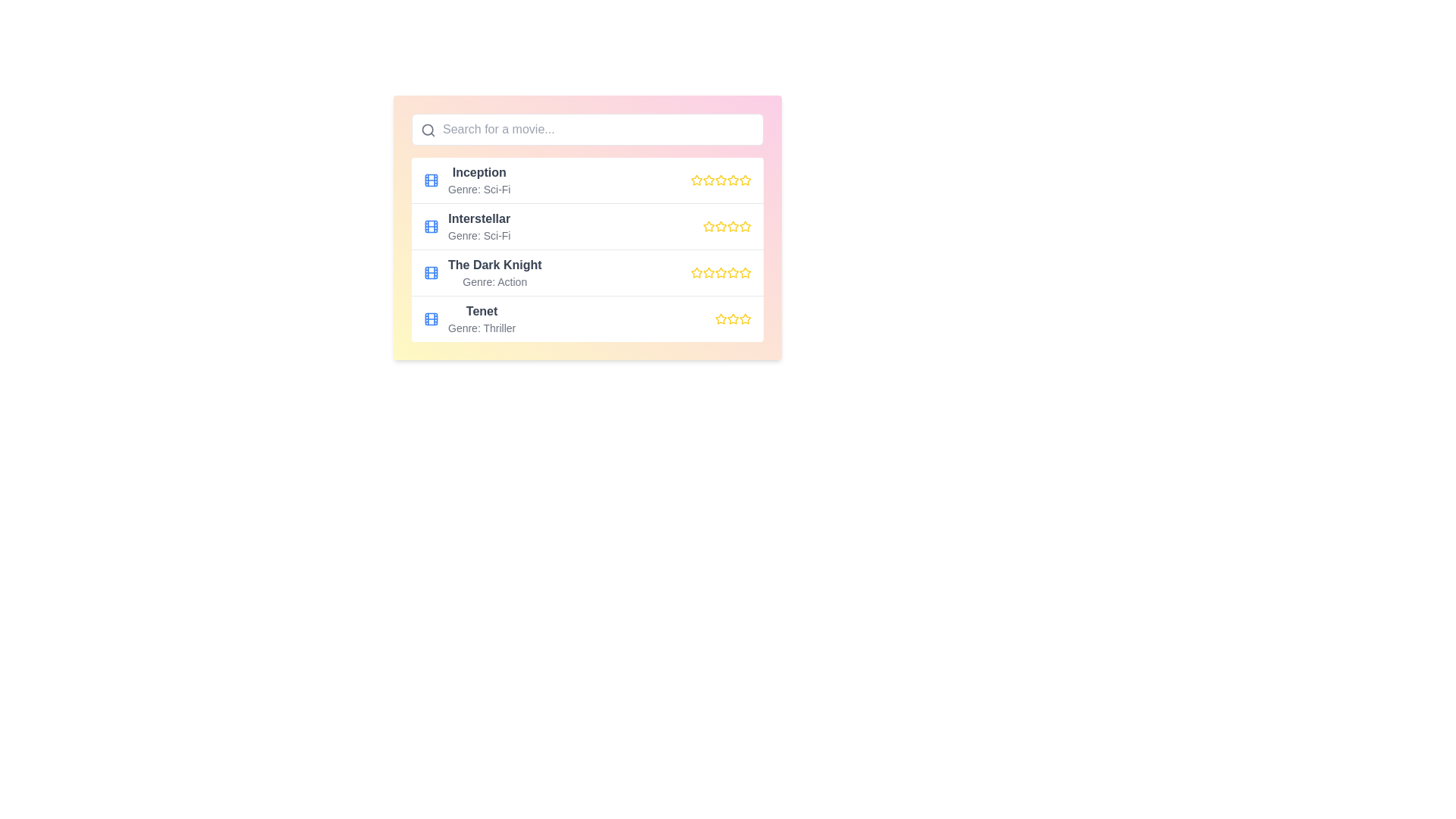 Image resolution: width=1456 pixels, height=819 pixels. What do you see at coordinates (695, 271) in the screenshot?
I see `the first star icon` at bounding box center [695, 271].